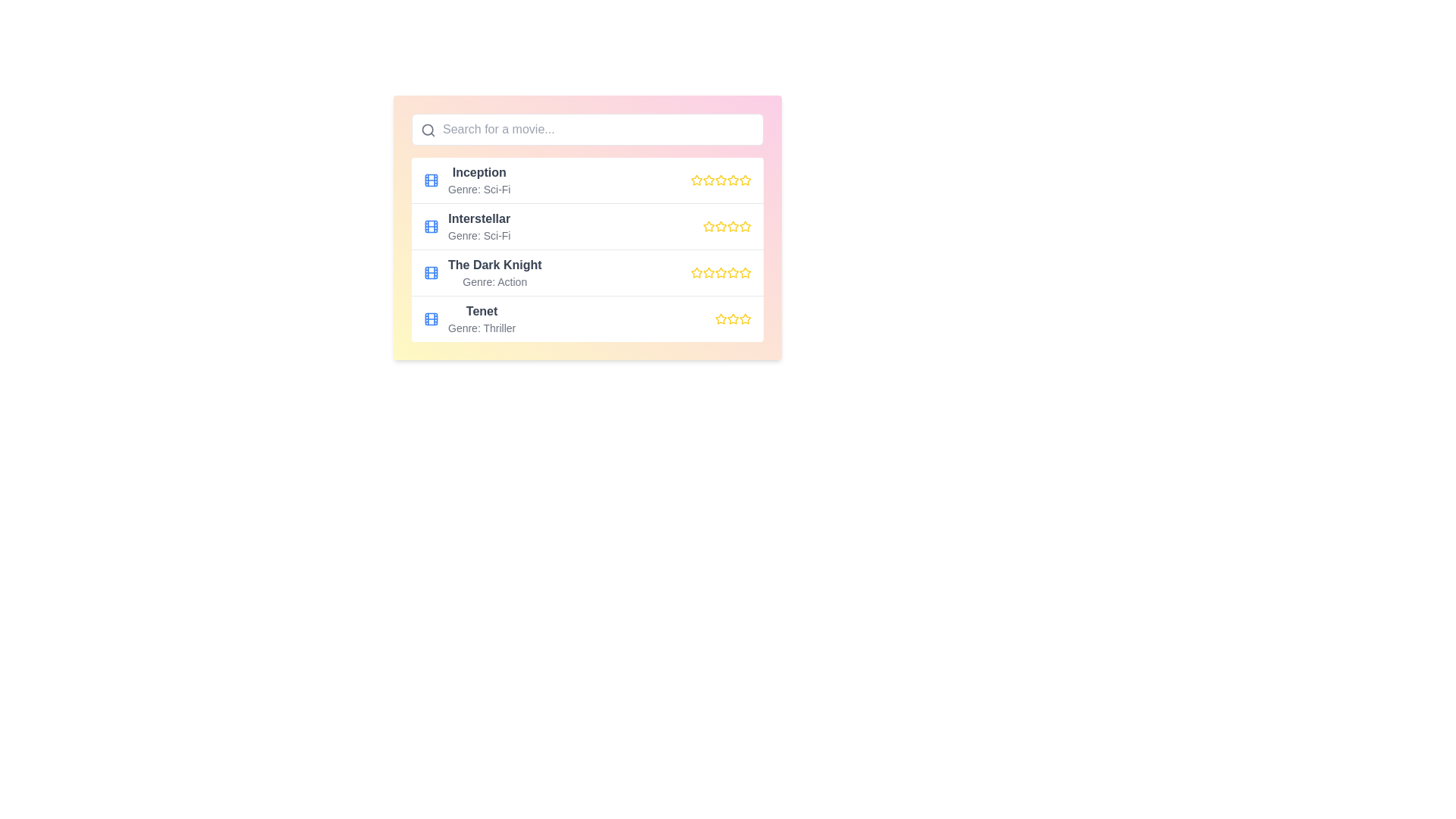 Image resolution: width=1456 pixels, height=819 pixels. What do you see at coordinates (695, 271) in the screenshot?
I see `the first star icon` at bounding box center [695, 271].